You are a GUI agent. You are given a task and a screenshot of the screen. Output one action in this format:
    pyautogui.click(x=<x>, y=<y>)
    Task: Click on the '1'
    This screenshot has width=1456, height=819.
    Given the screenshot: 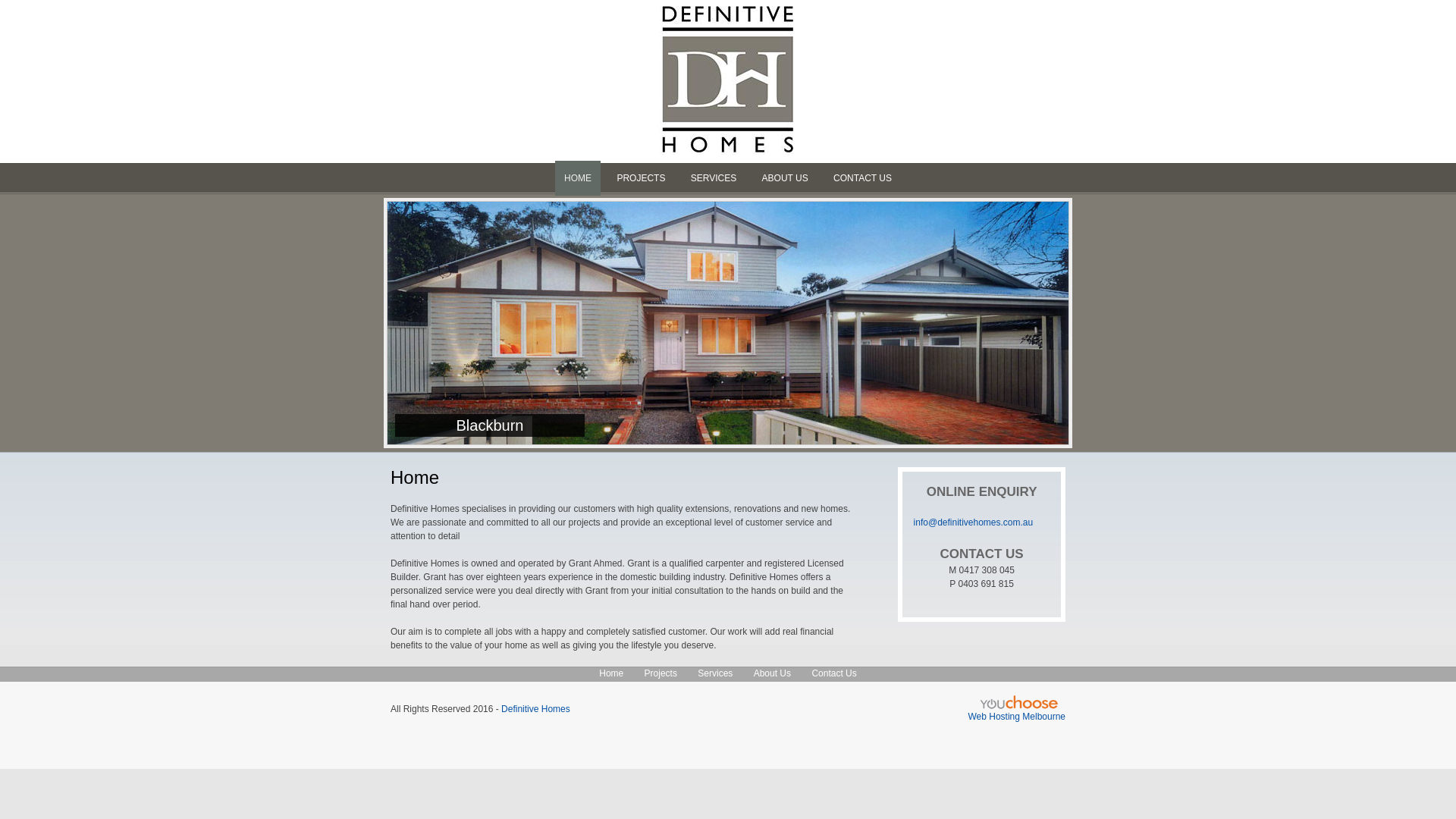 What is the action you would take?
    pyautogui.click(x=687, y=213)
    